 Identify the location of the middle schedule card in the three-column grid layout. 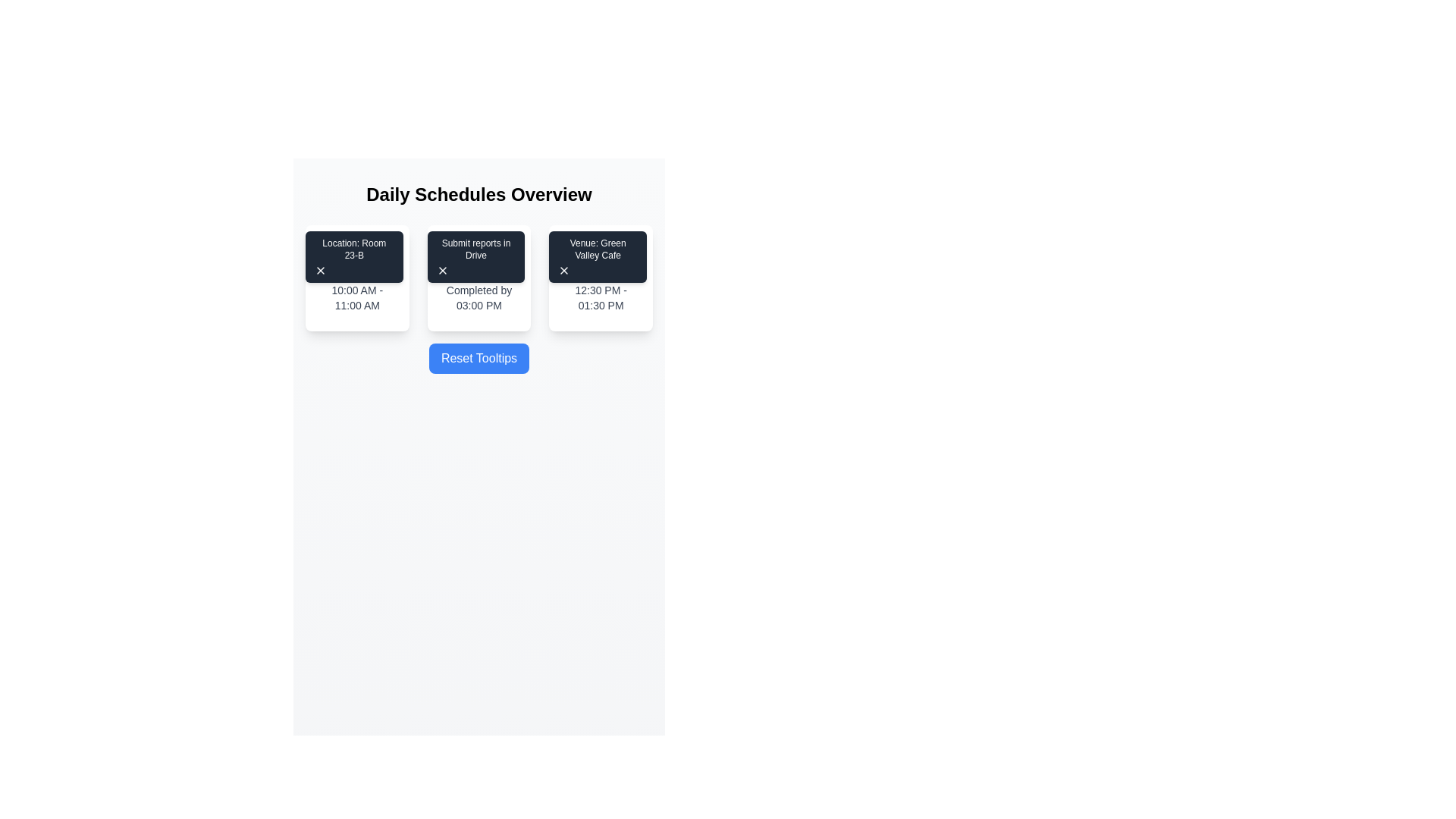
(479, 278).